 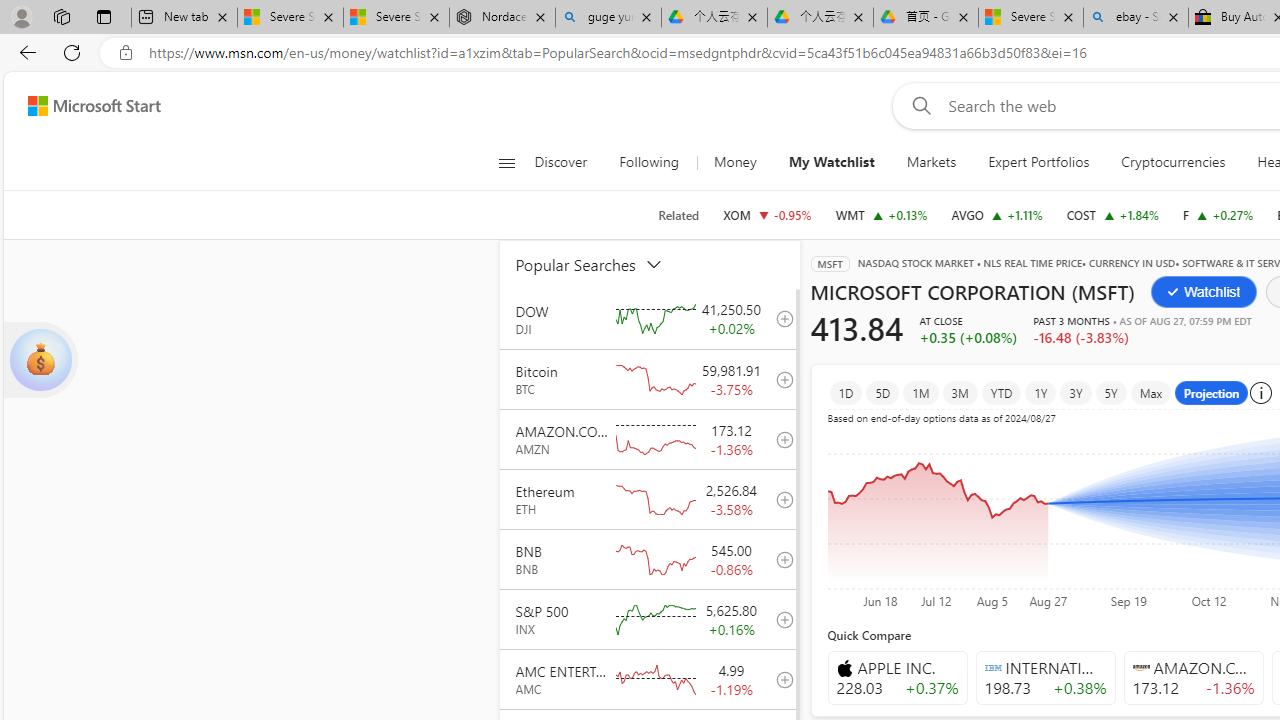 I want to click on 'Web search', so click(x=916, y=105).